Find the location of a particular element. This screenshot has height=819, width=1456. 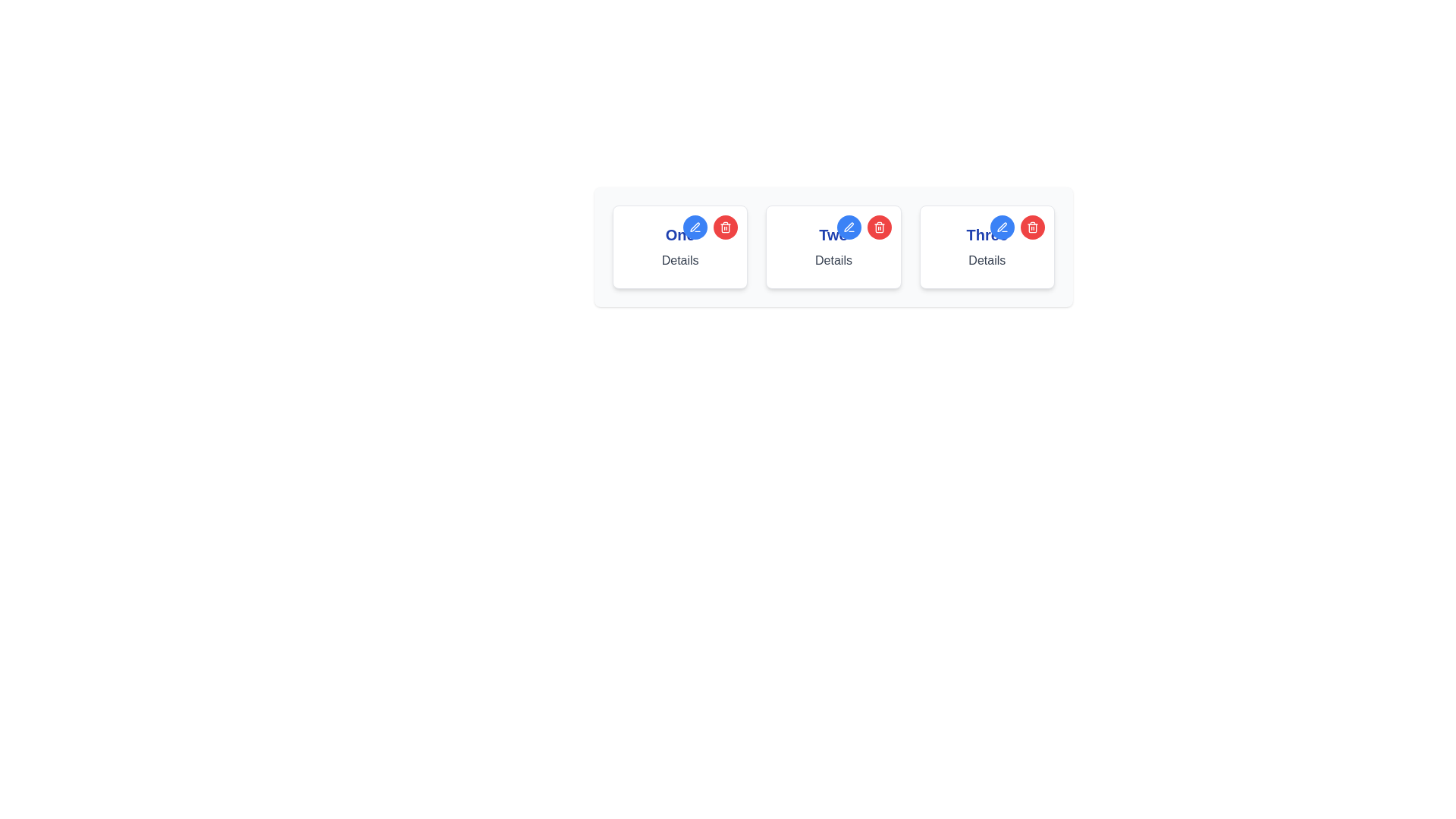

the trash can icon located in the middle card of a three-card layout, positioned near the top-right corner of the card is located at coordinates (725, 227).